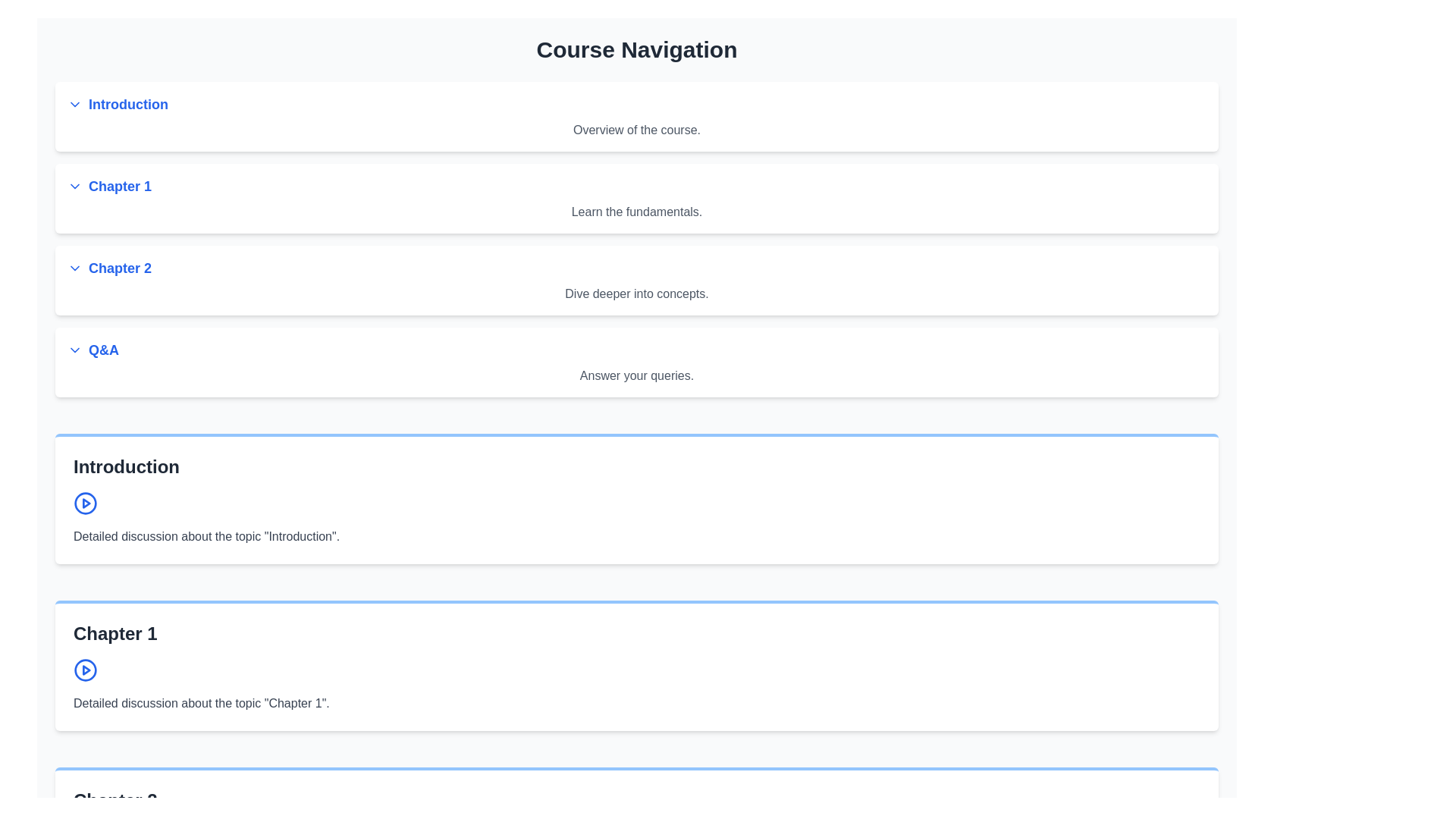  What do you see at coordinates (637, 294) in the screenshot?
I see `the informational text that provides additional context for the 'Chapter 2' link, located directly beneath it in the course navigation interface` at bounding box center [637, 294].